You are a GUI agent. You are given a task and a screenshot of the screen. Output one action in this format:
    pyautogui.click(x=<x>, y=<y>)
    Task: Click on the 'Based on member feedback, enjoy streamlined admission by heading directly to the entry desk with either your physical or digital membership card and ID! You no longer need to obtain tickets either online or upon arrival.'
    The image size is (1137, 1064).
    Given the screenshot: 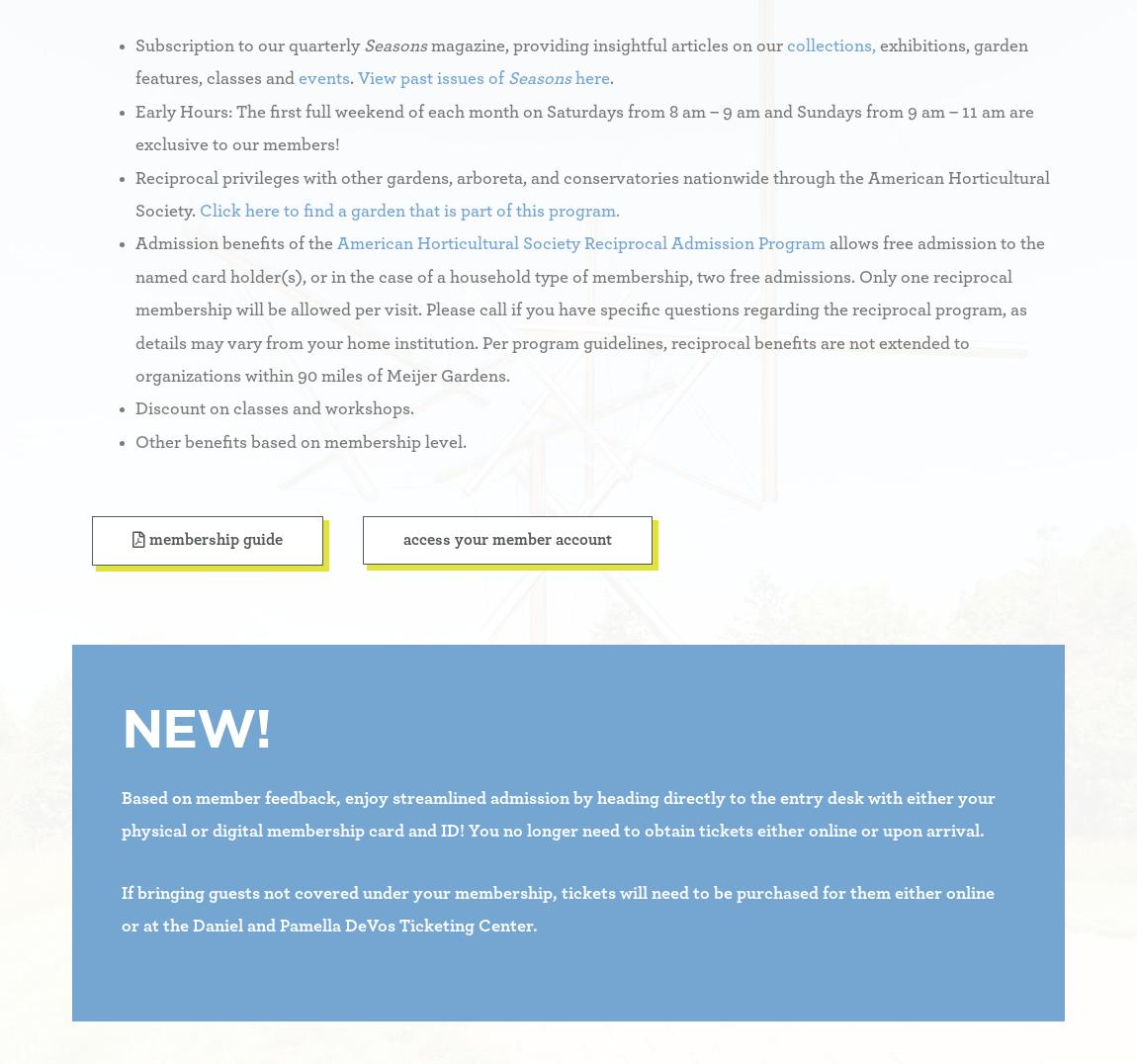 What is the action you would take?
    pyautogui.click(x=558, y=814)
    